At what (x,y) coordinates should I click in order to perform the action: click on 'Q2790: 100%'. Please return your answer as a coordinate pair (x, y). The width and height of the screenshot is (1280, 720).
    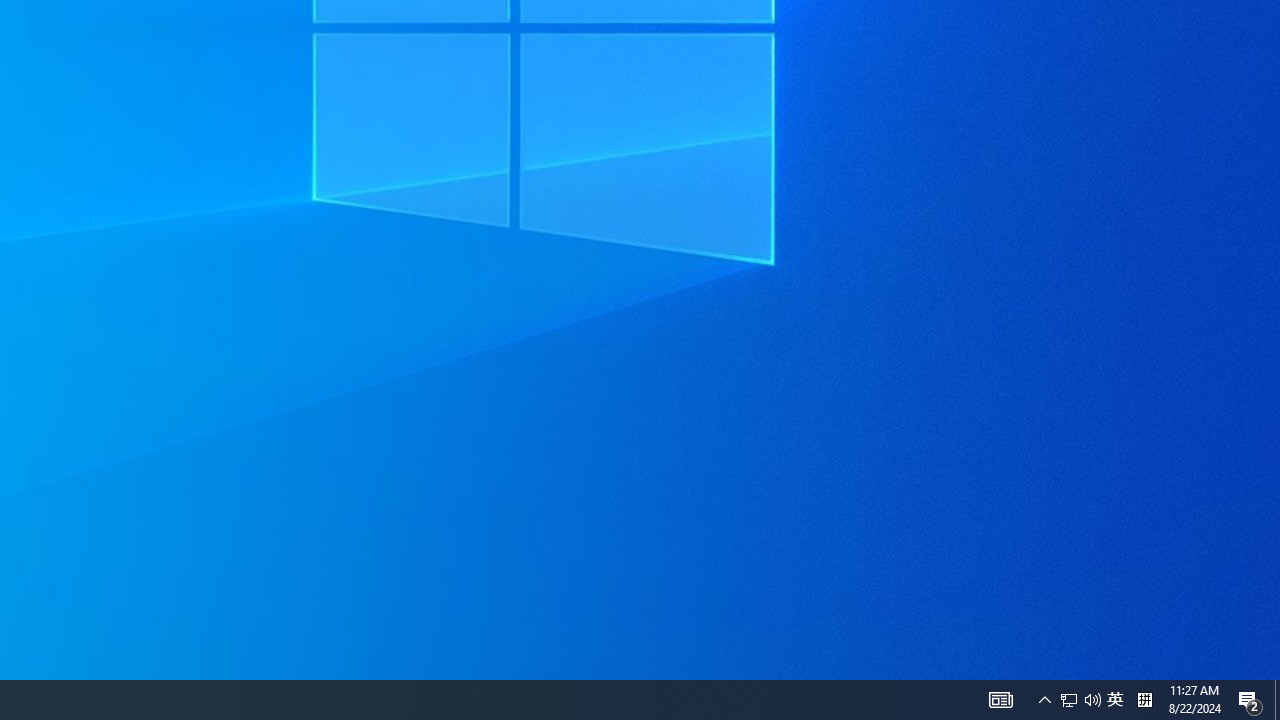
    Looking at the image, I should click on (1092, 698).